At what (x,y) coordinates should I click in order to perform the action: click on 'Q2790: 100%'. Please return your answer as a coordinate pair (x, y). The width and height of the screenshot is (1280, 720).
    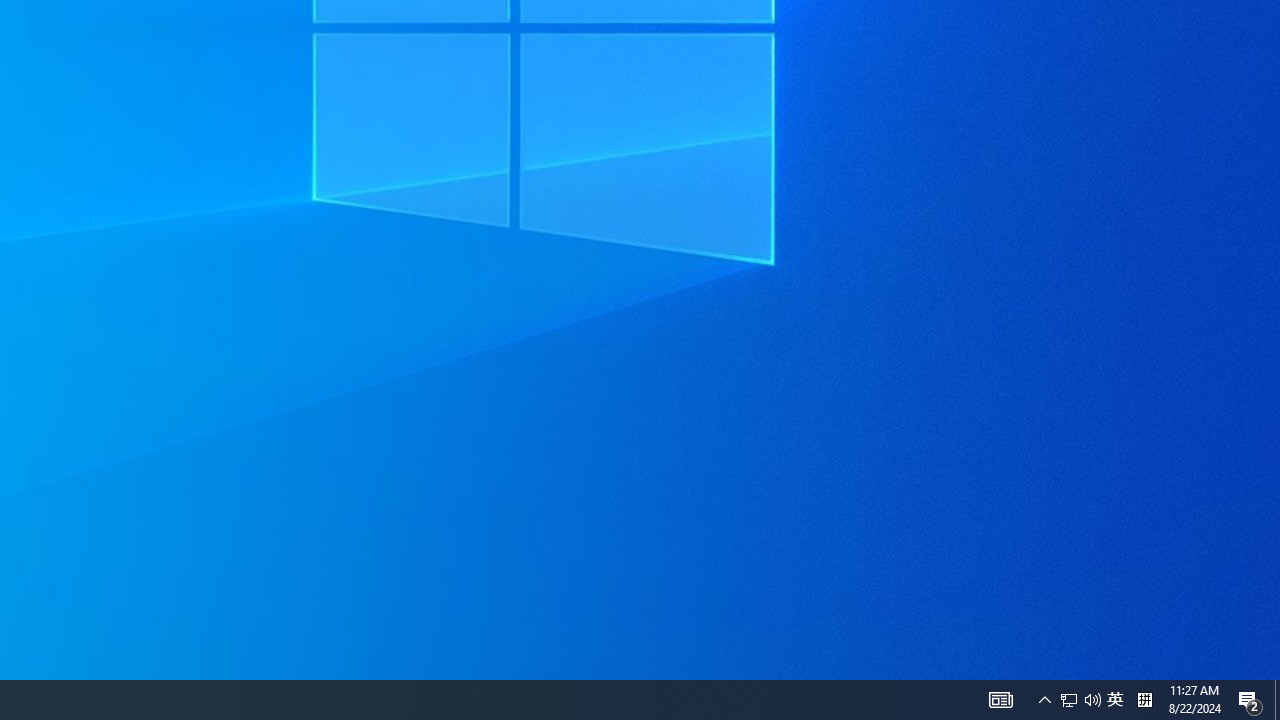
    Looking at the image, I should click on (1092, 698).